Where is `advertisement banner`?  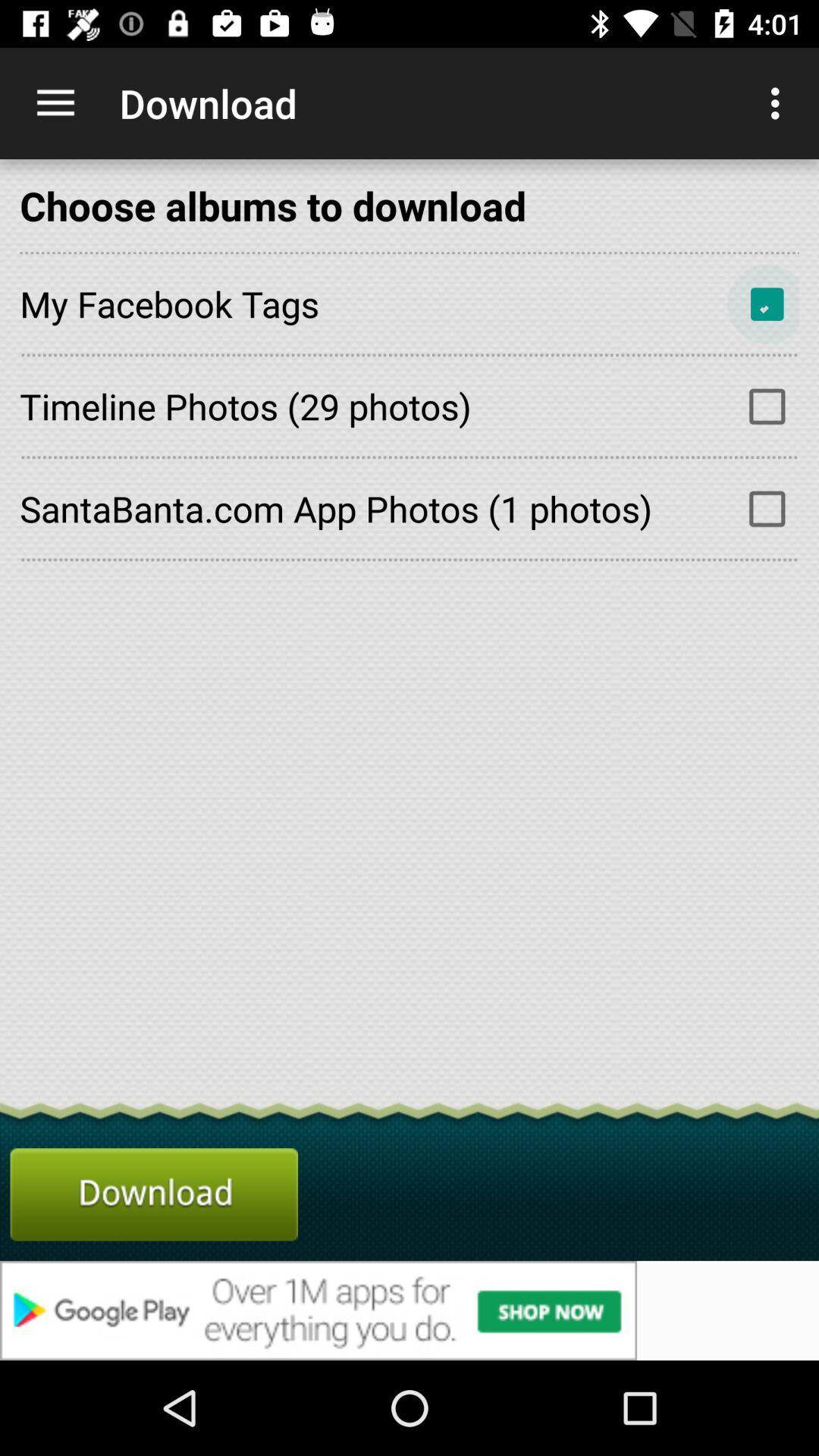
advertisement banner is located at coordinates (409, 1310).